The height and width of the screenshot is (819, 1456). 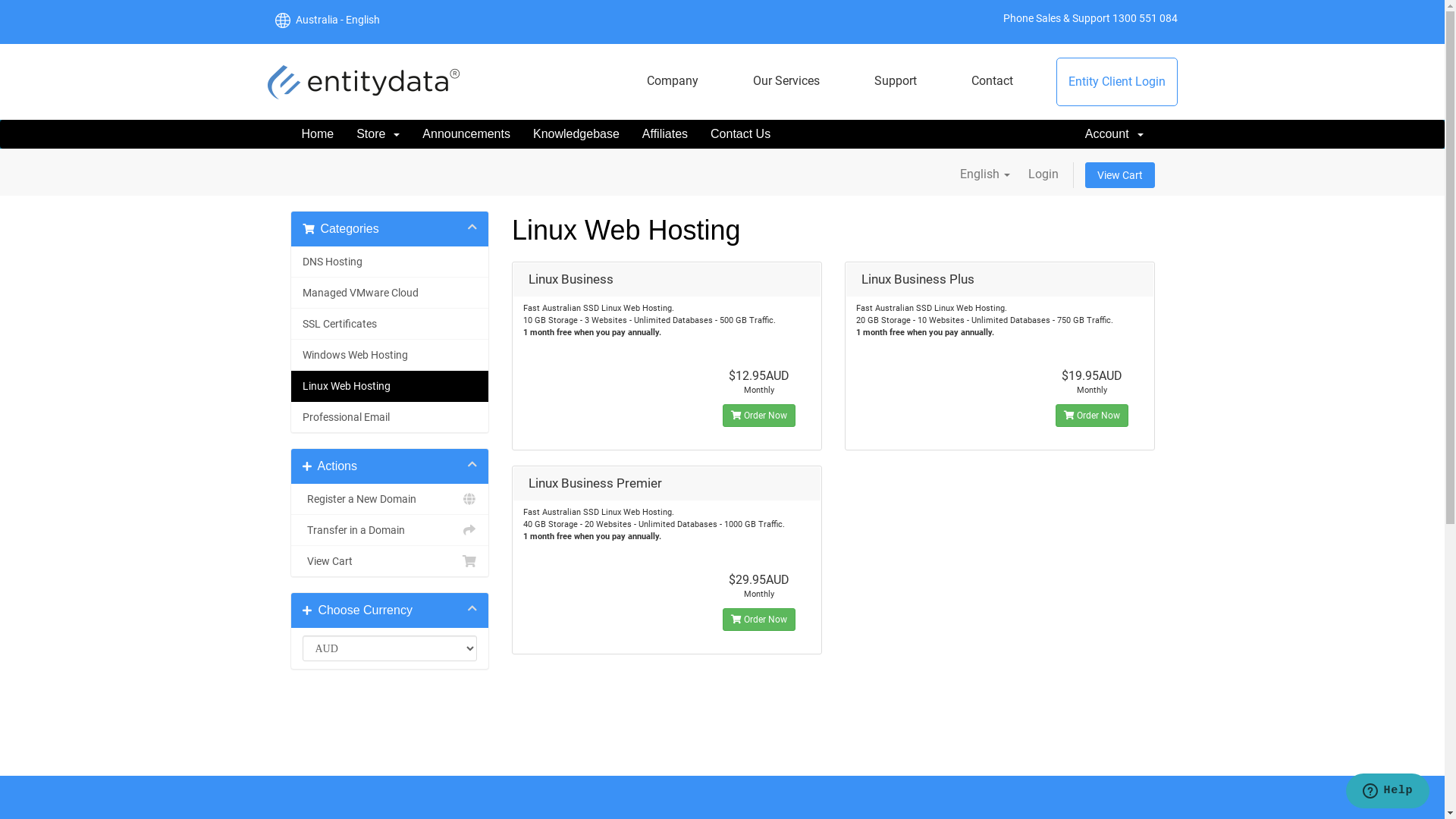 I want to click on 'Account  ', so click(x=1114, y=133).